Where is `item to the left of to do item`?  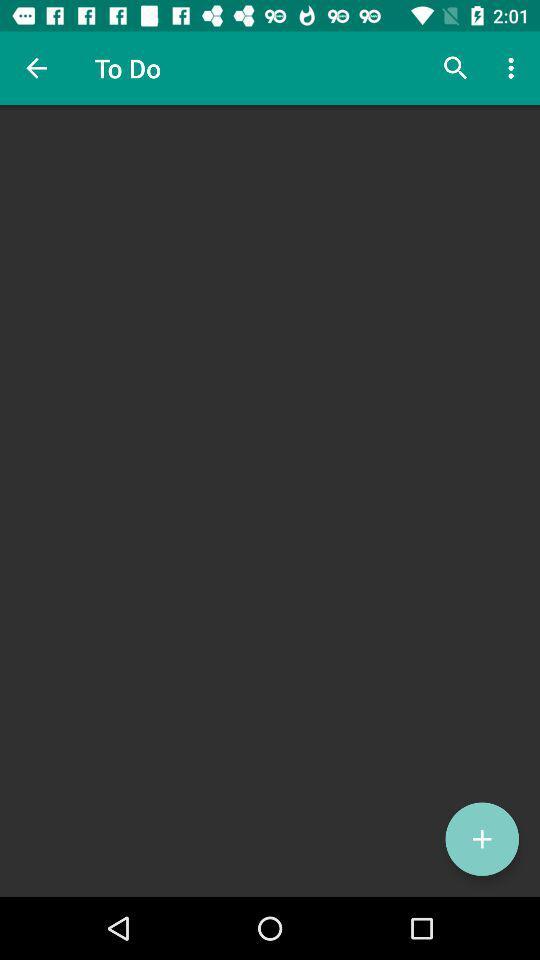 item to the left of to do item is located at coordinates (36, 68).